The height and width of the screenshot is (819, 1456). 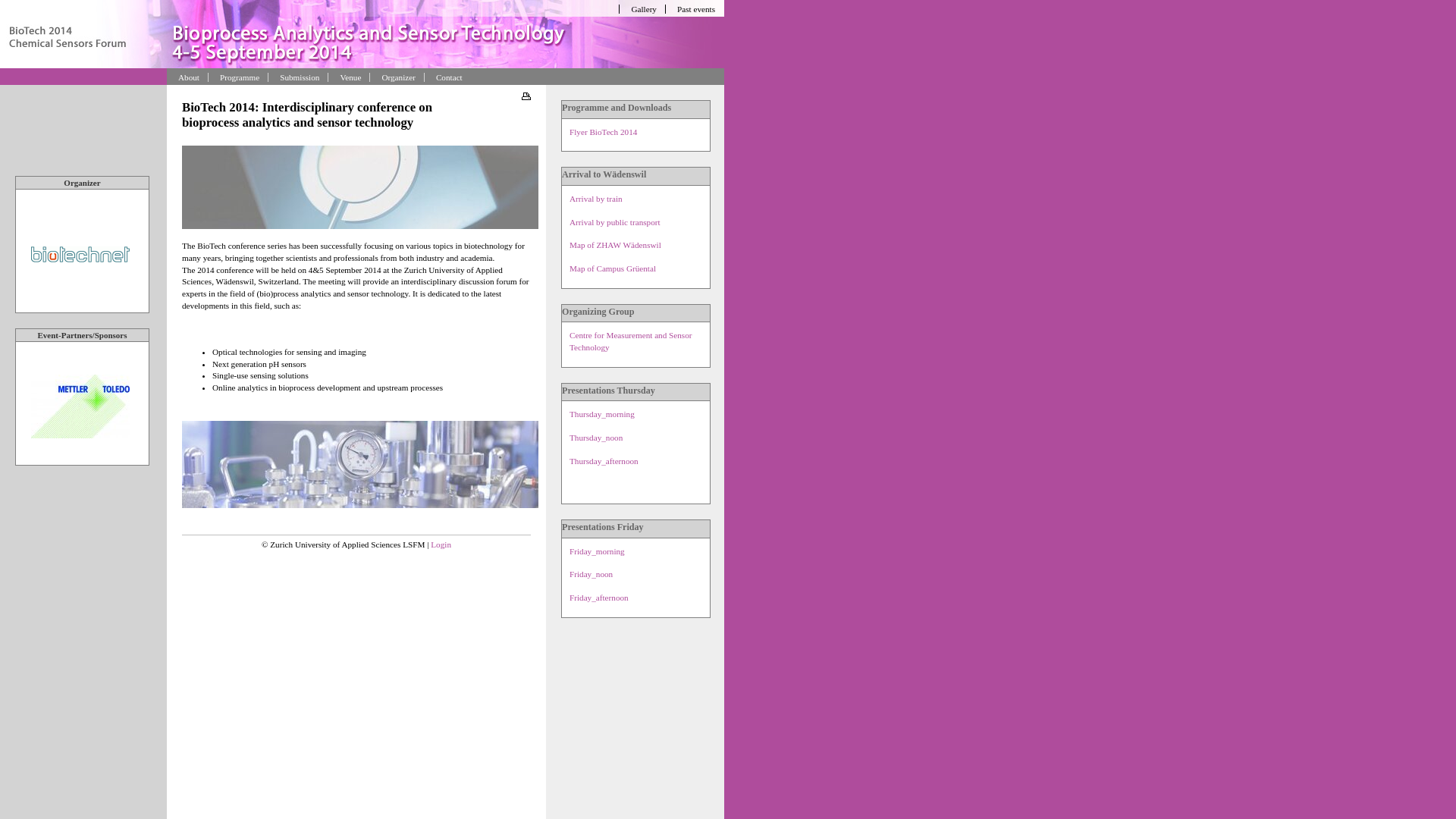 I want to click on 'Programme', so click(x=206, y=77).